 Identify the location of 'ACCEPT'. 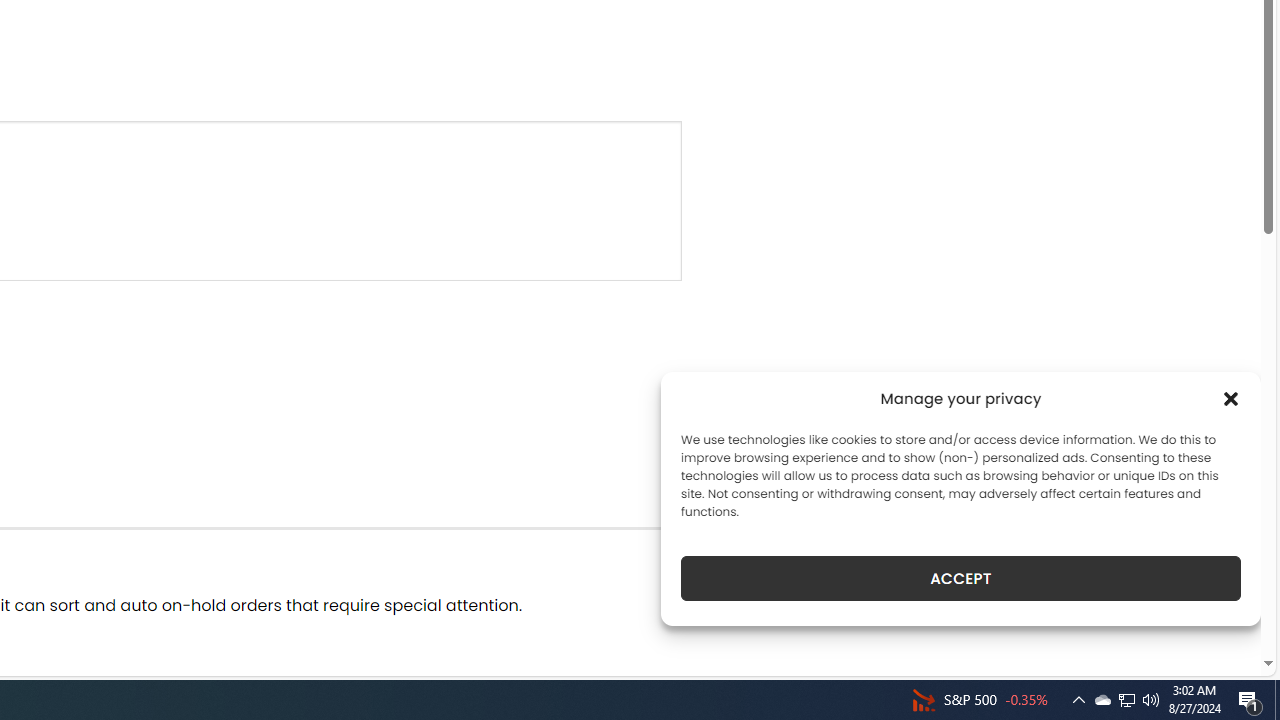
(961, 578).